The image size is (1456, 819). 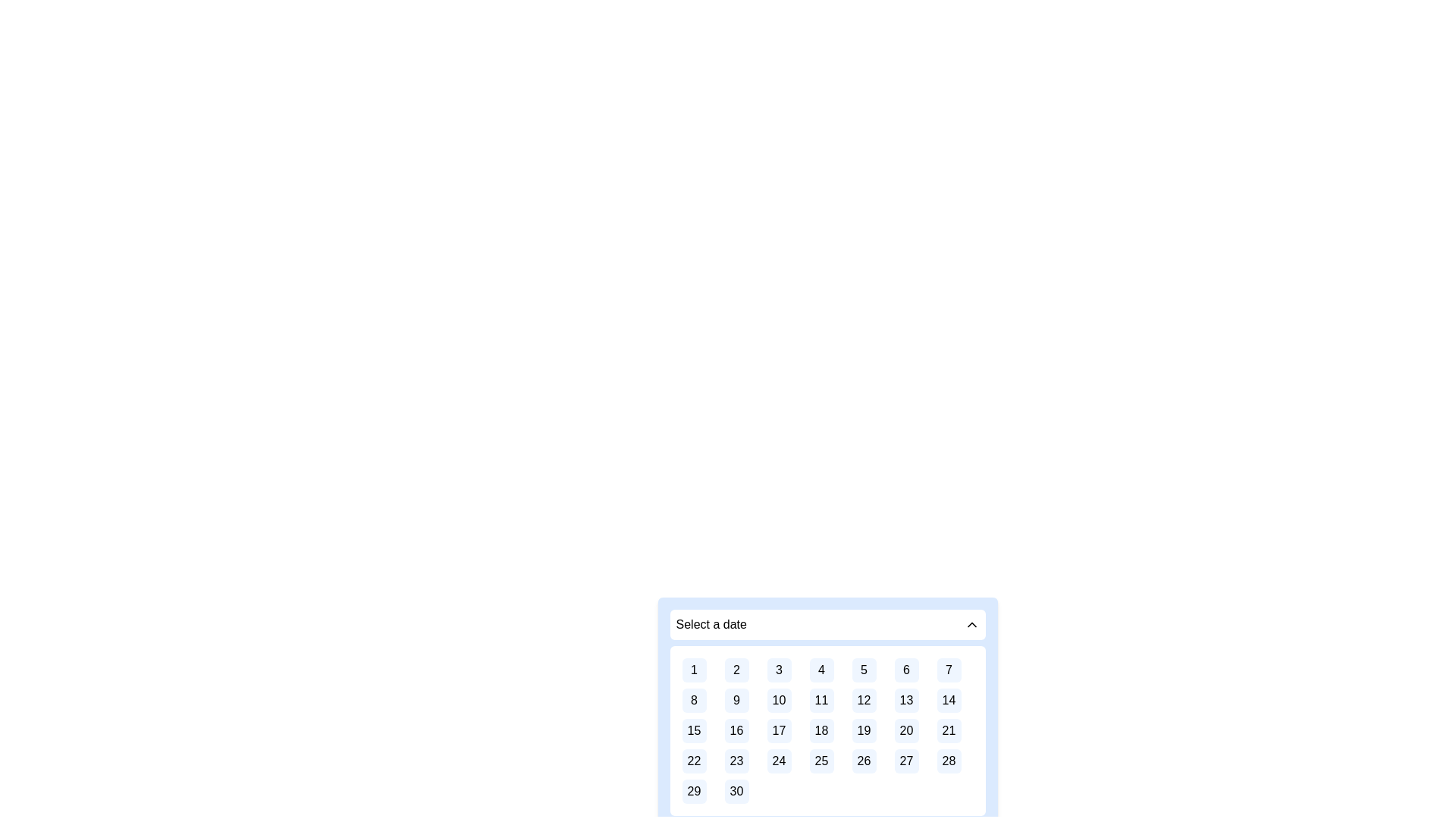 I want to click on the button-like date selector displaying the number '13' in the calendar, so click(x=906, y=701).